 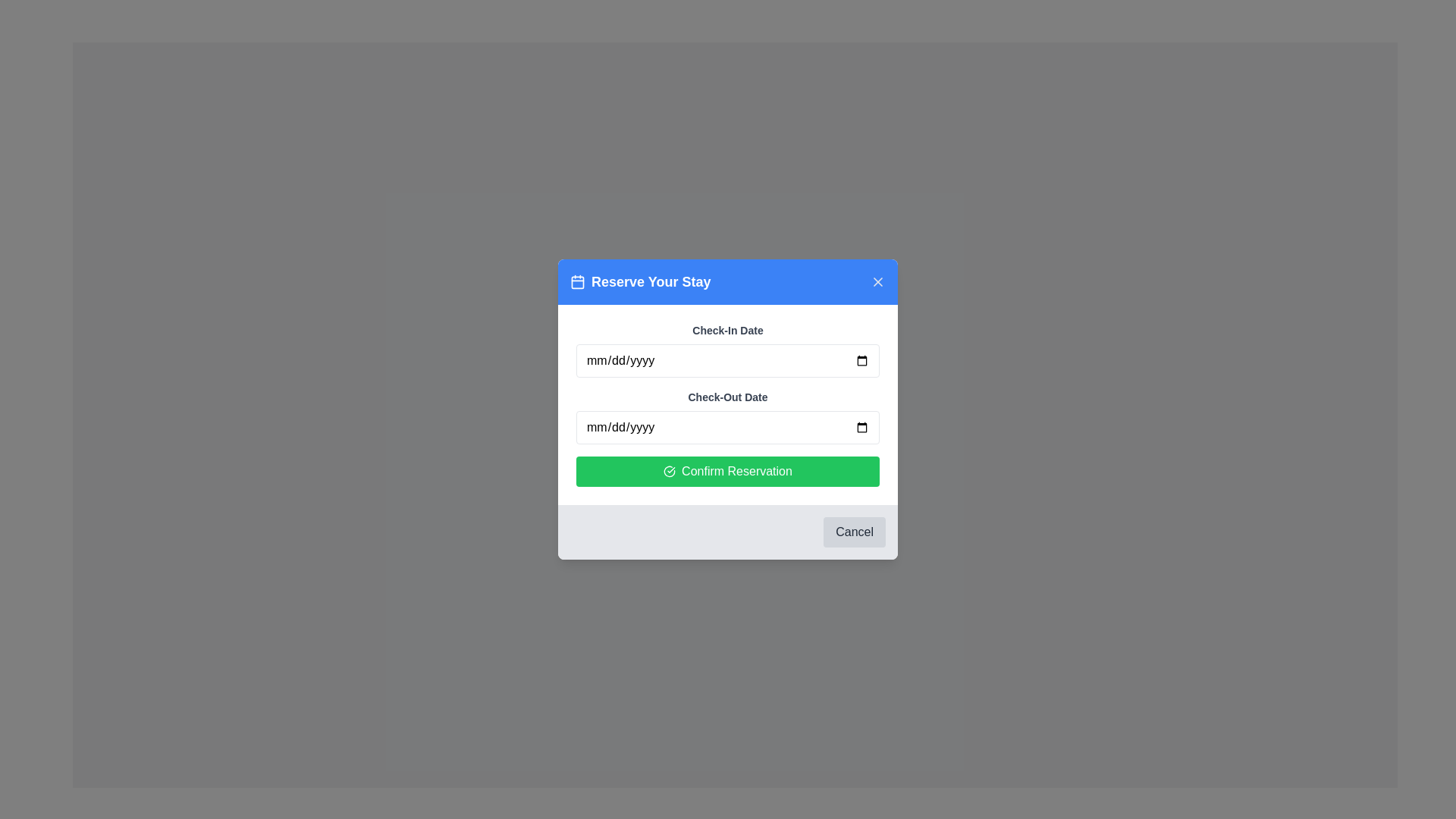 I want to click on the text input fields within the reservation form located centrally on the page to set the check-in and check-out dates, so click(x=728, y=409).